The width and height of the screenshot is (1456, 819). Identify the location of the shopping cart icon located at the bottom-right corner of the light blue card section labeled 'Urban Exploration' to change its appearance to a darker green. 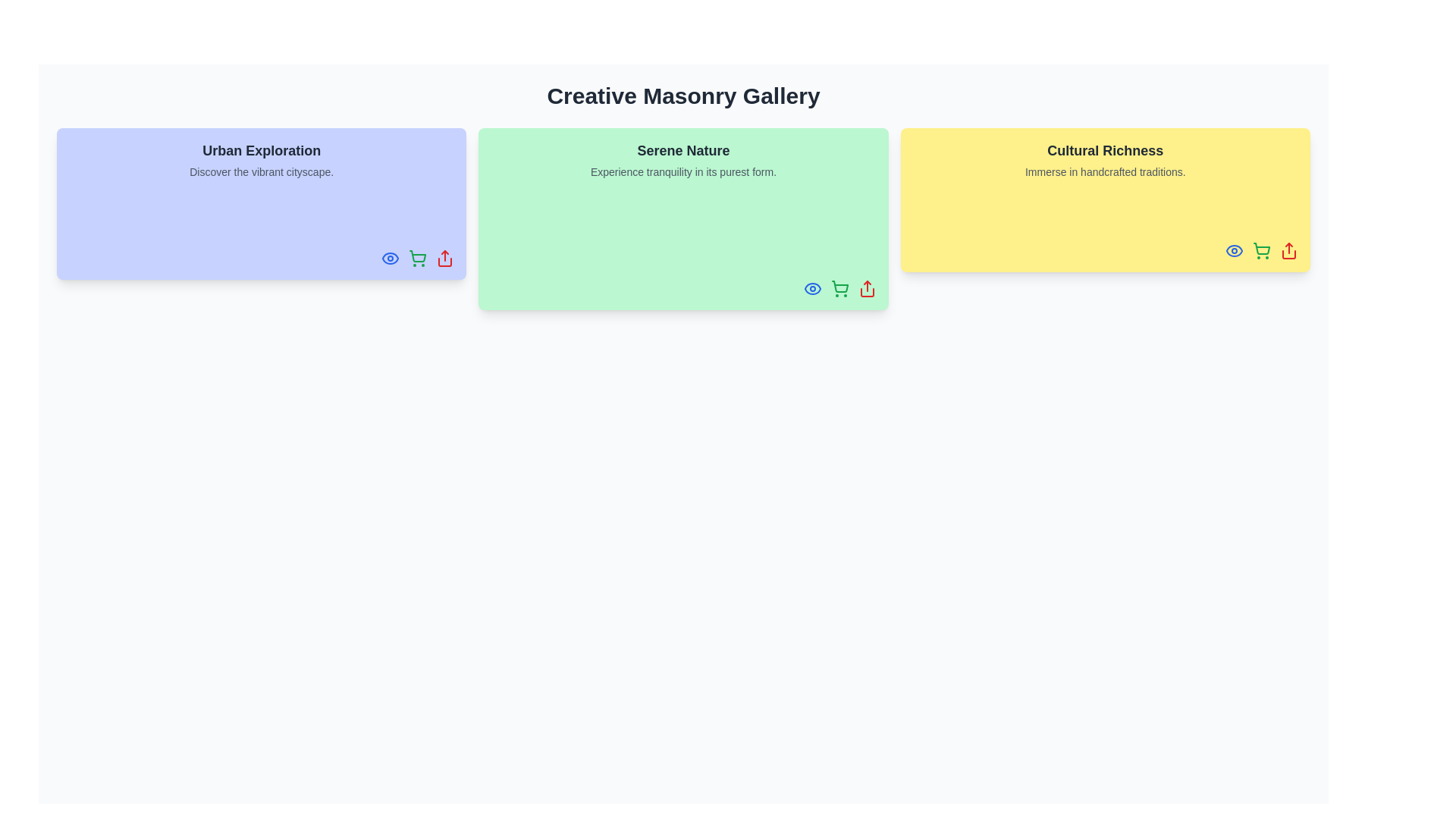
(418, 257).